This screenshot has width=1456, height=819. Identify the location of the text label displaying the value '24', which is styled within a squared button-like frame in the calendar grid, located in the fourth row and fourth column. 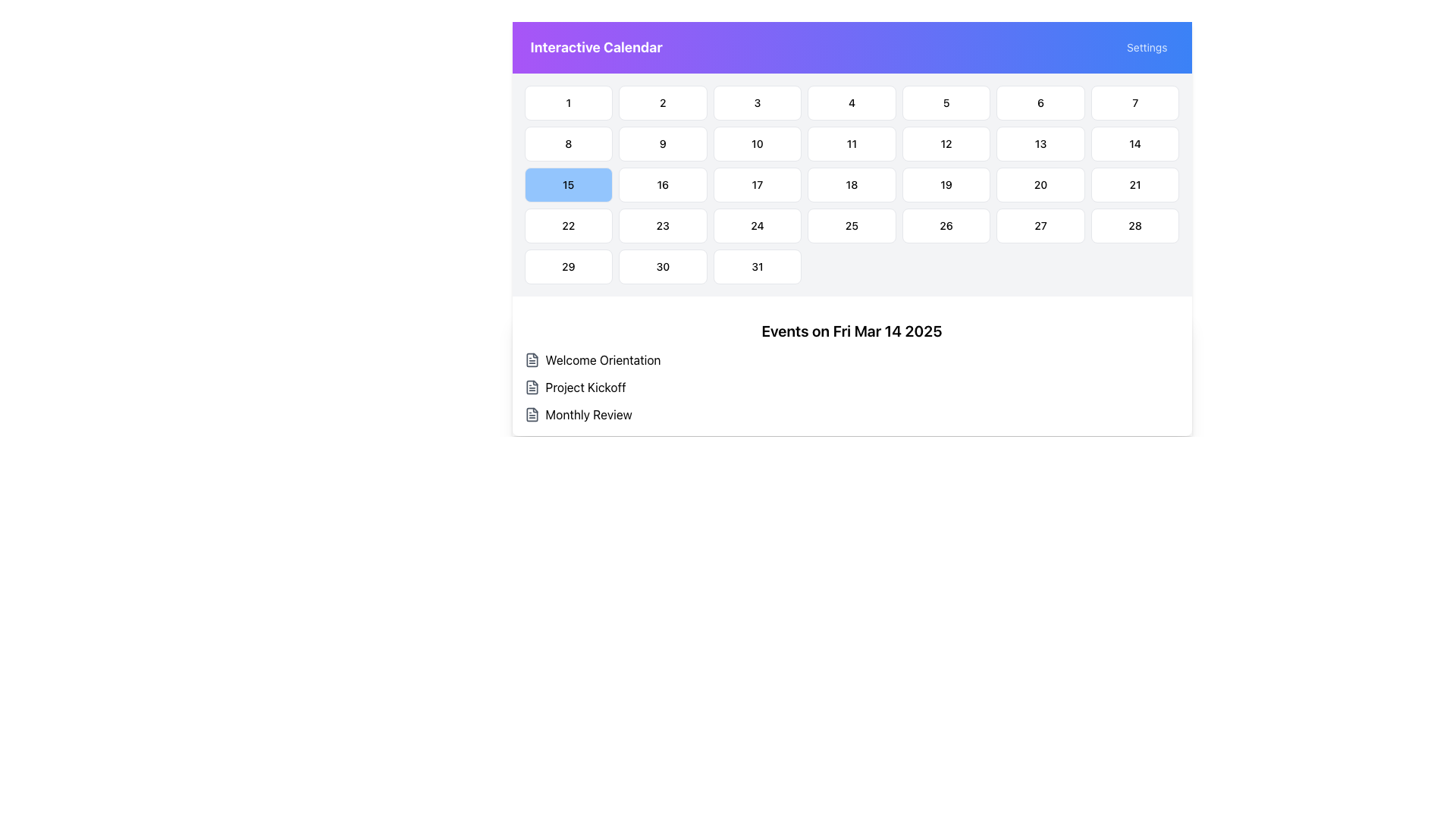
(757, 225).